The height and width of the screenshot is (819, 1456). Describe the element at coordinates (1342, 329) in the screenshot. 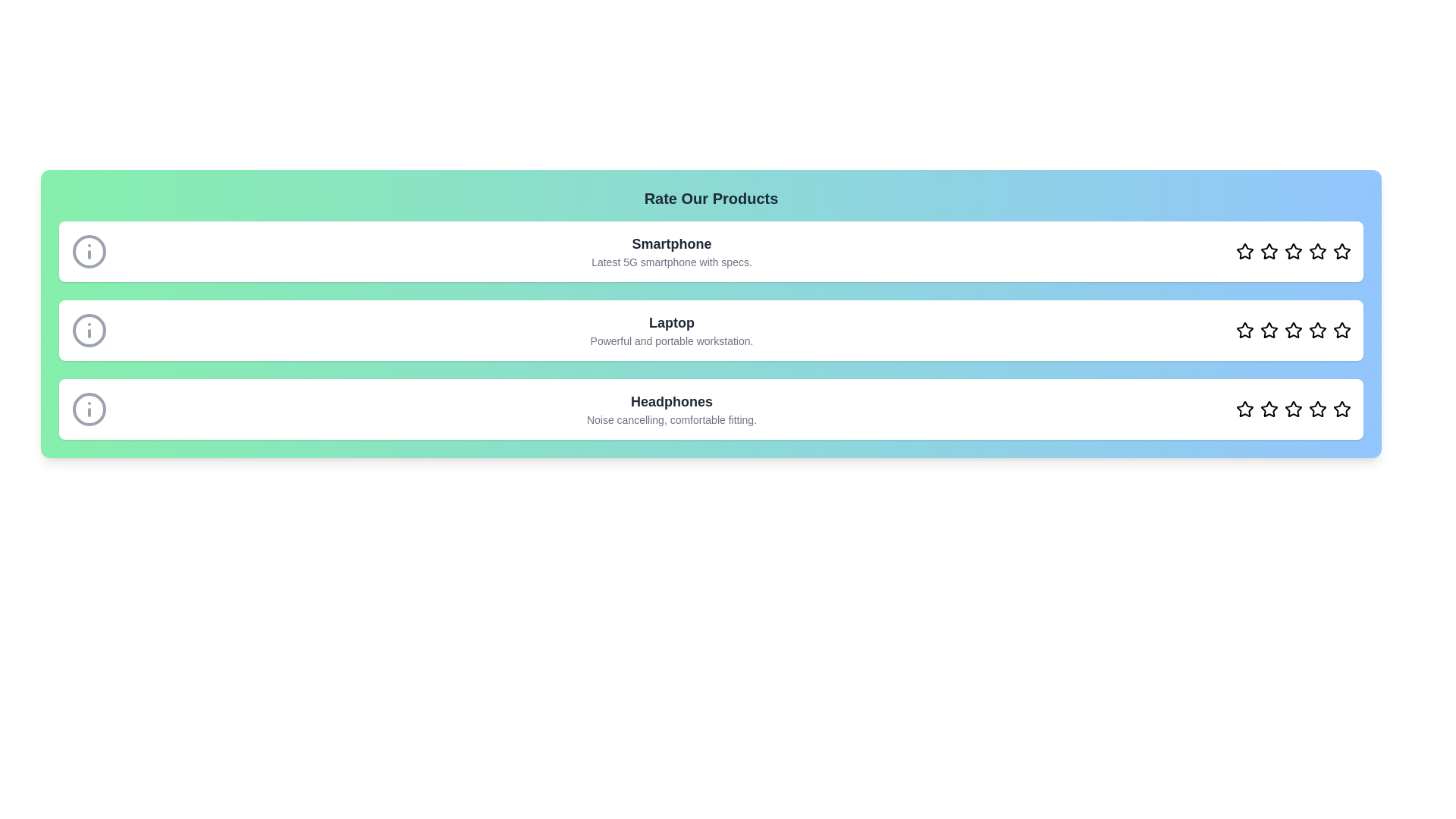

I see `the fifth star icon in the rating component for the 'Laptop' product` at that location.